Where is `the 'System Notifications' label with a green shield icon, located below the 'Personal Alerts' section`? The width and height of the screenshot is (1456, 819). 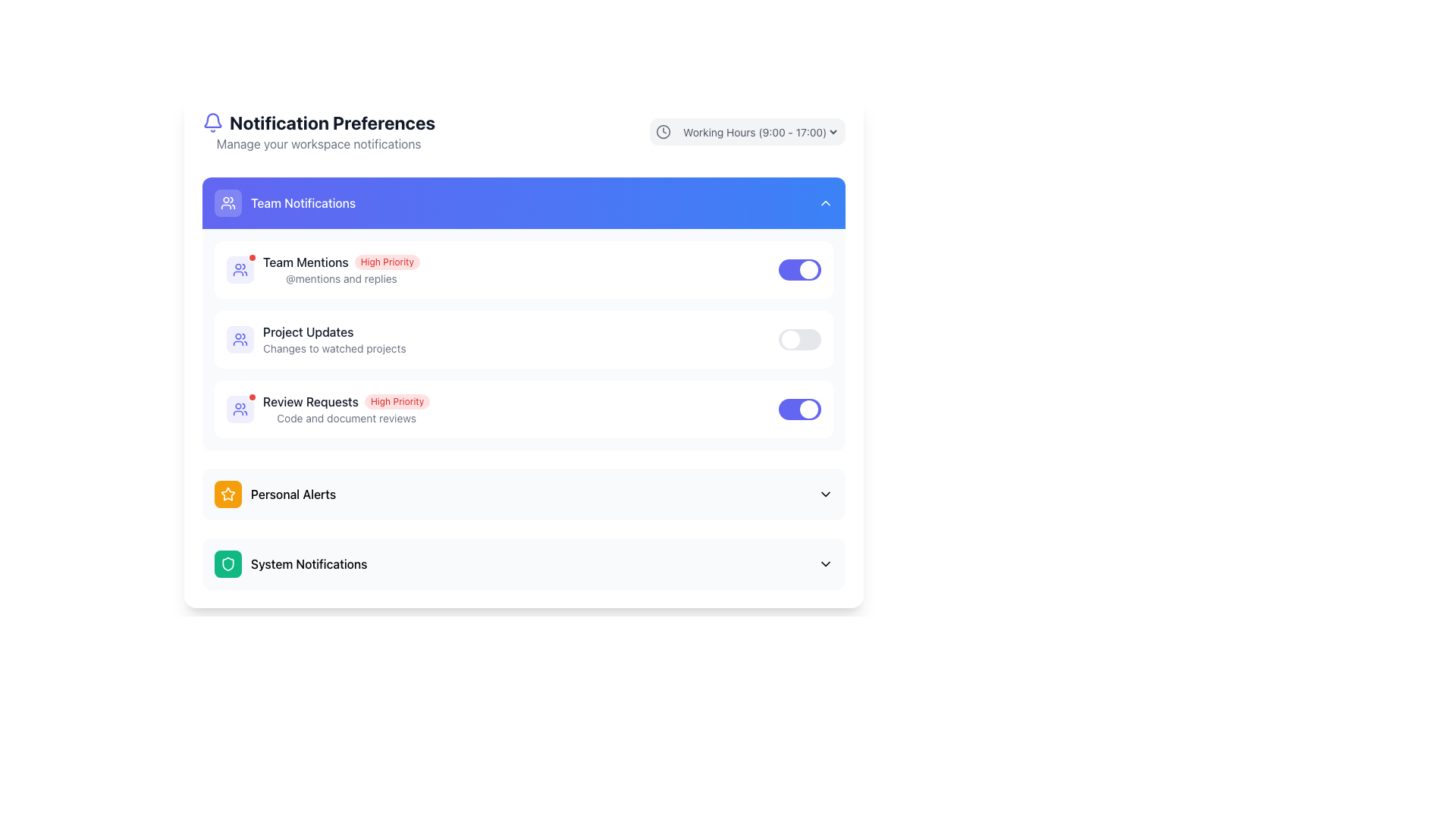 the 'System Notifications' label with a green shield icon, located below the 'Personal Alerts' section is located at coordinates (290, 564).